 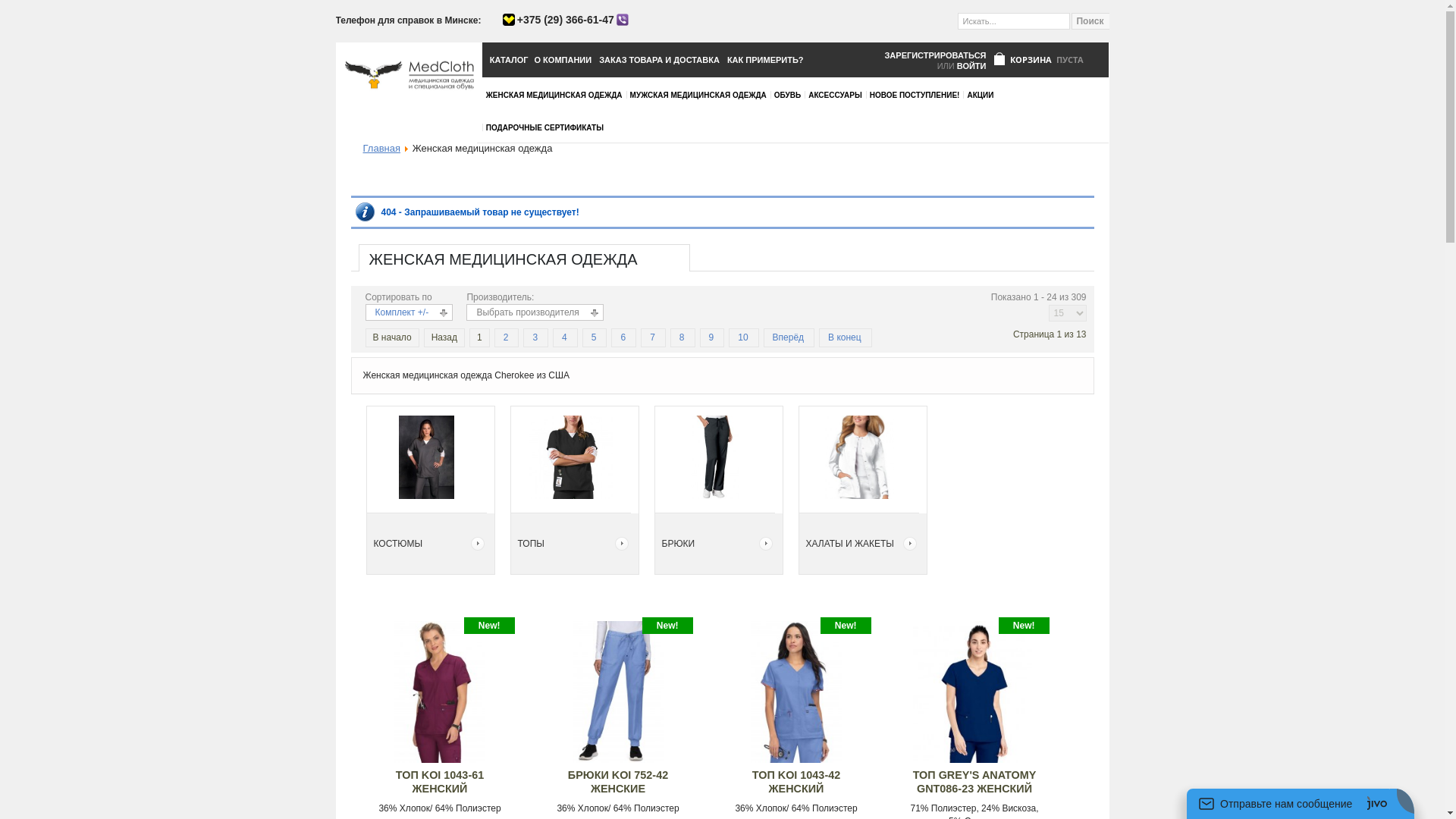 What do you see at coordinates (564, 20) in the screenshot?
I see `'+375 (29) 366-61-47'` at bounding box center [564, 20].